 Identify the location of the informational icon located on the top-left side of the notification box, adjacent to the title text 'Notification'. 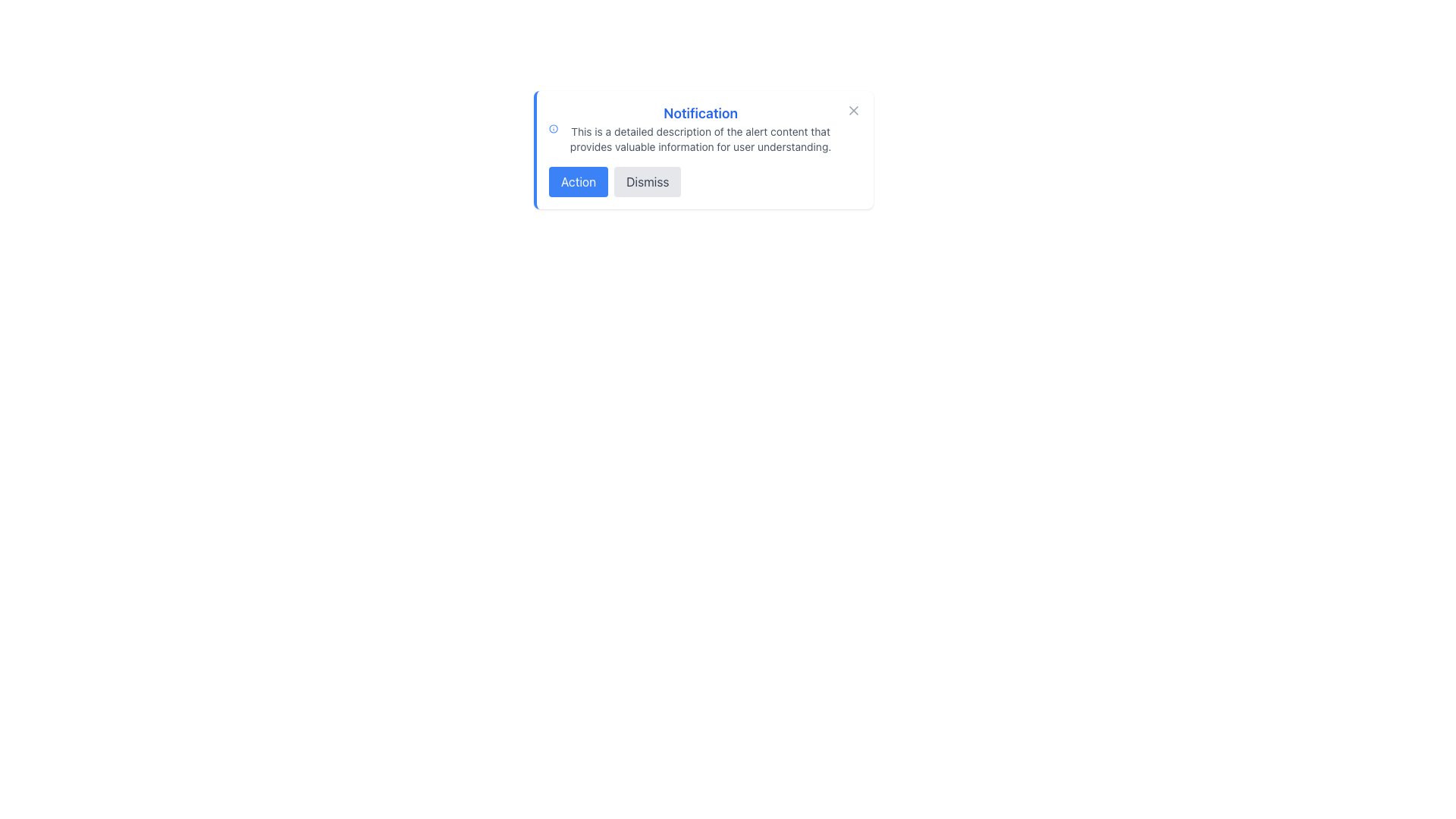
(553, 127).